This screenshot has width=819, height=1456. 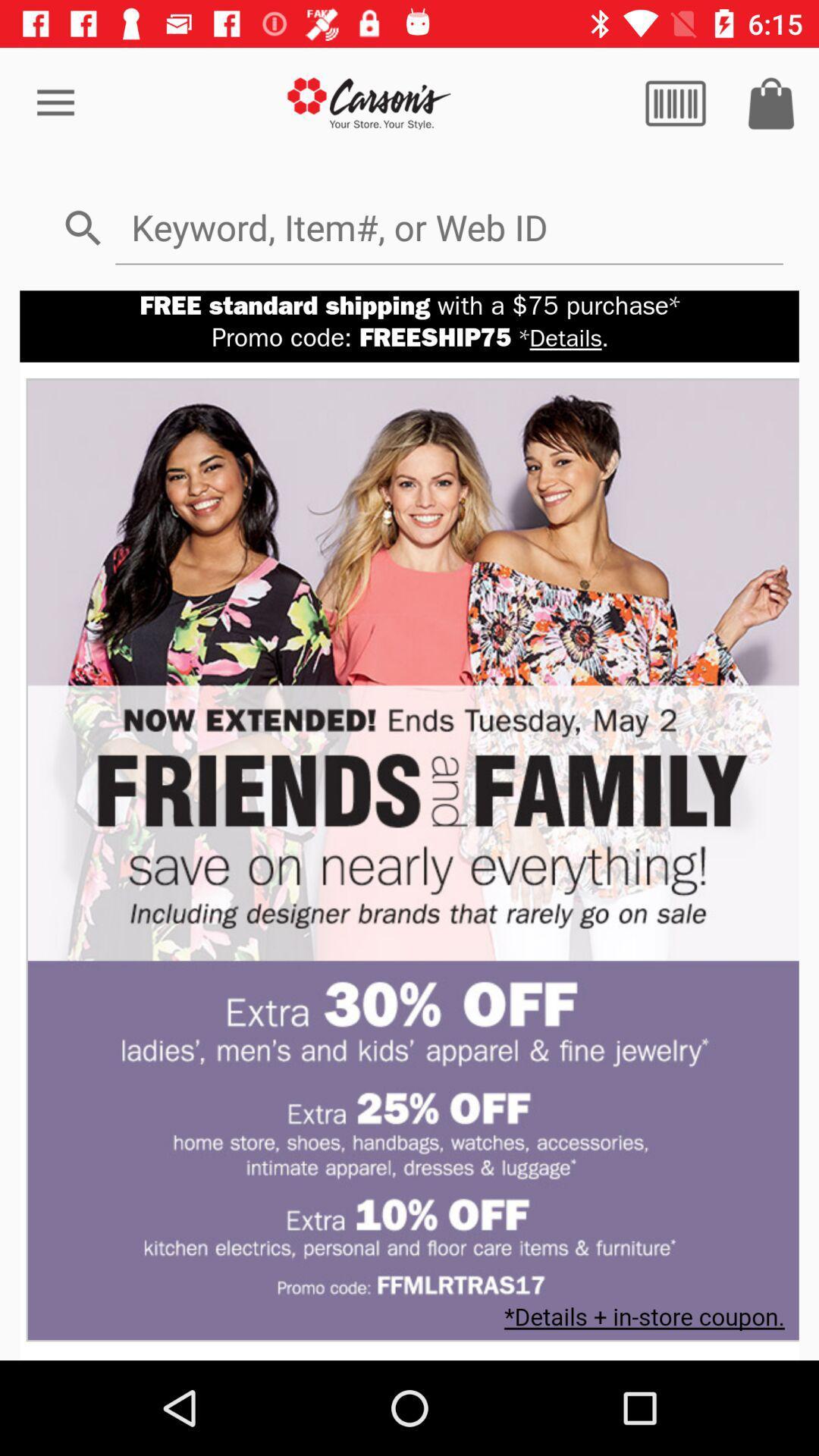 I want to click on go back, so click(x=369, y=102).